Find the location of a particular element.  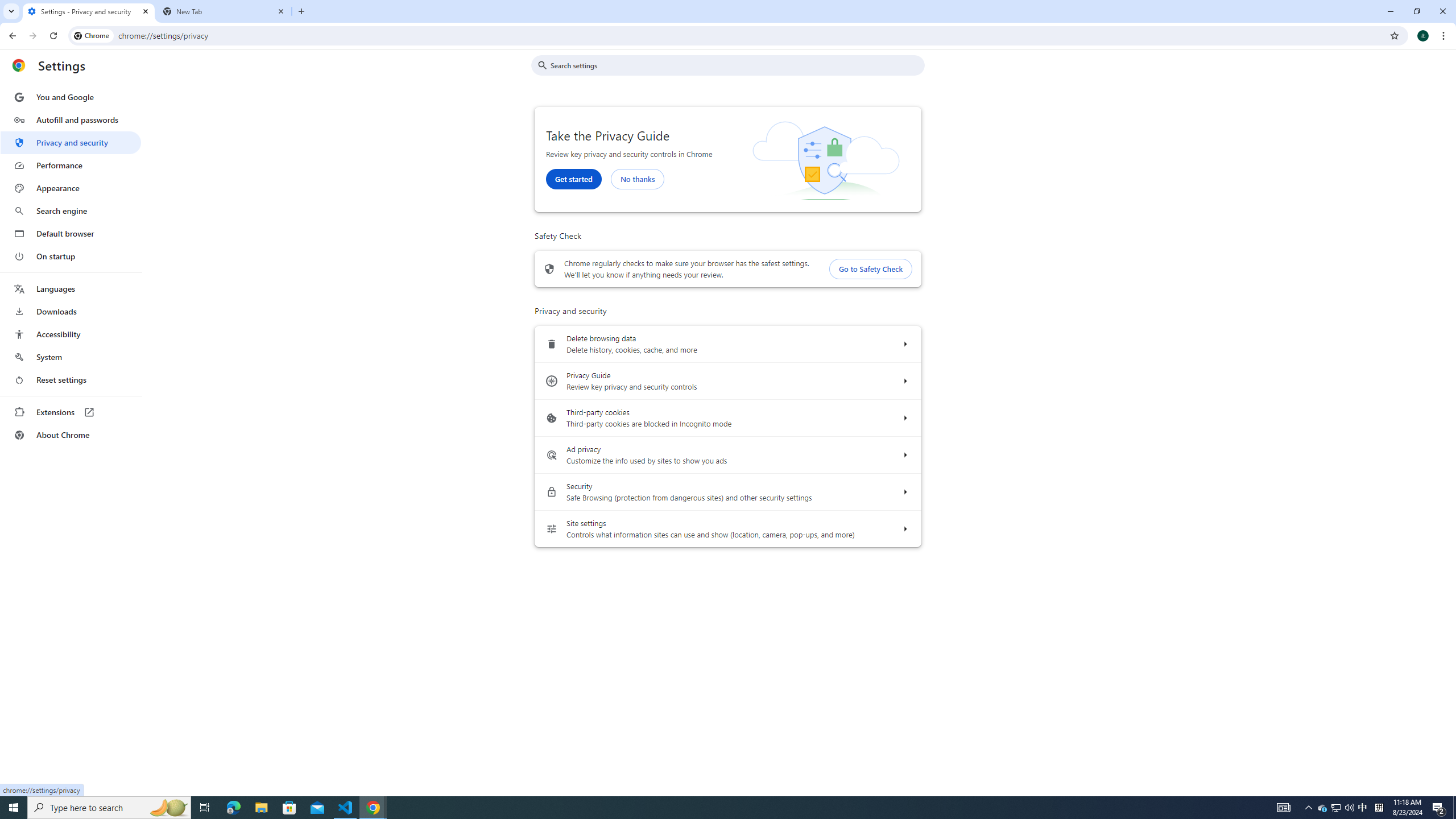

'Autofill and passwords' is located at coordinates (70, 119).